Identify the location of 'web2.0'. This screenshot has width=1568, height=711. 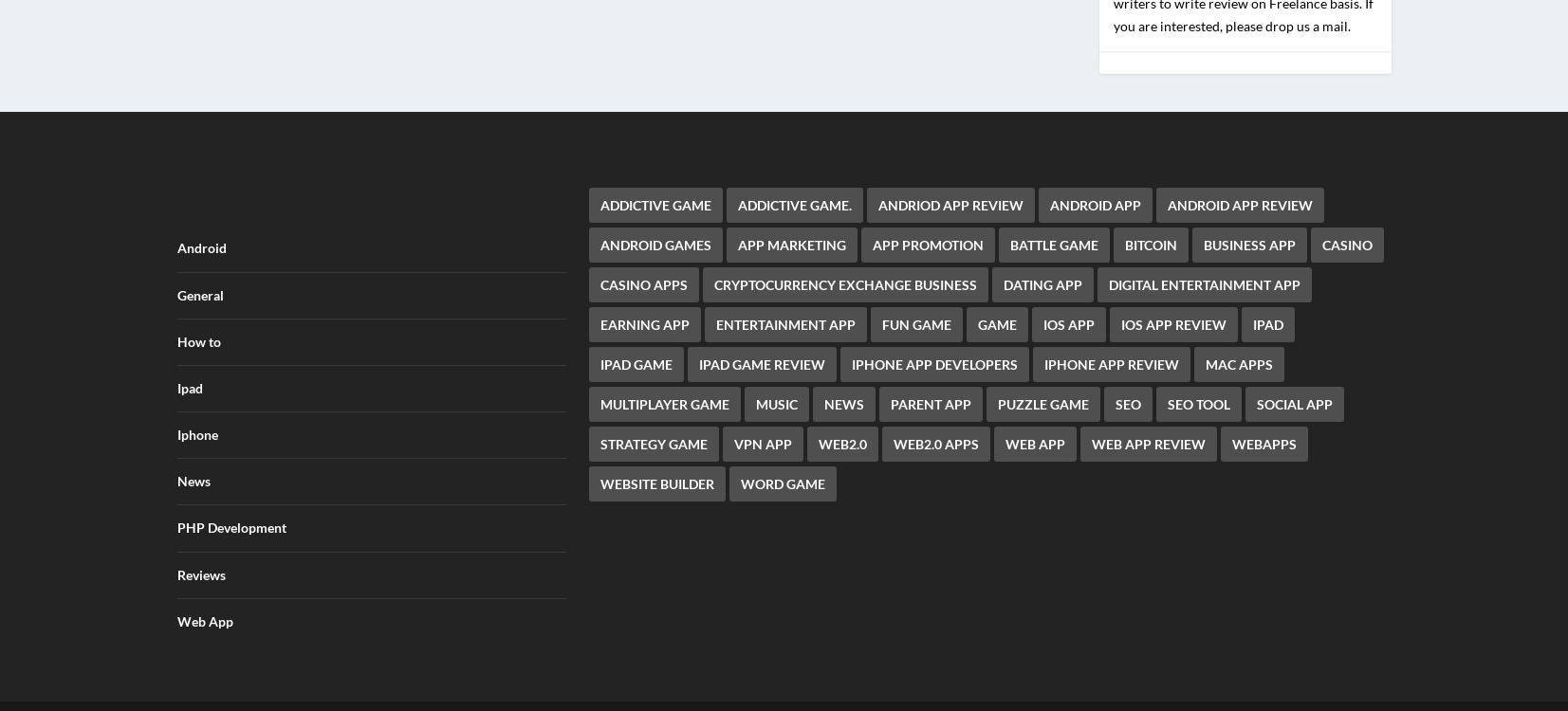
(819, 430).